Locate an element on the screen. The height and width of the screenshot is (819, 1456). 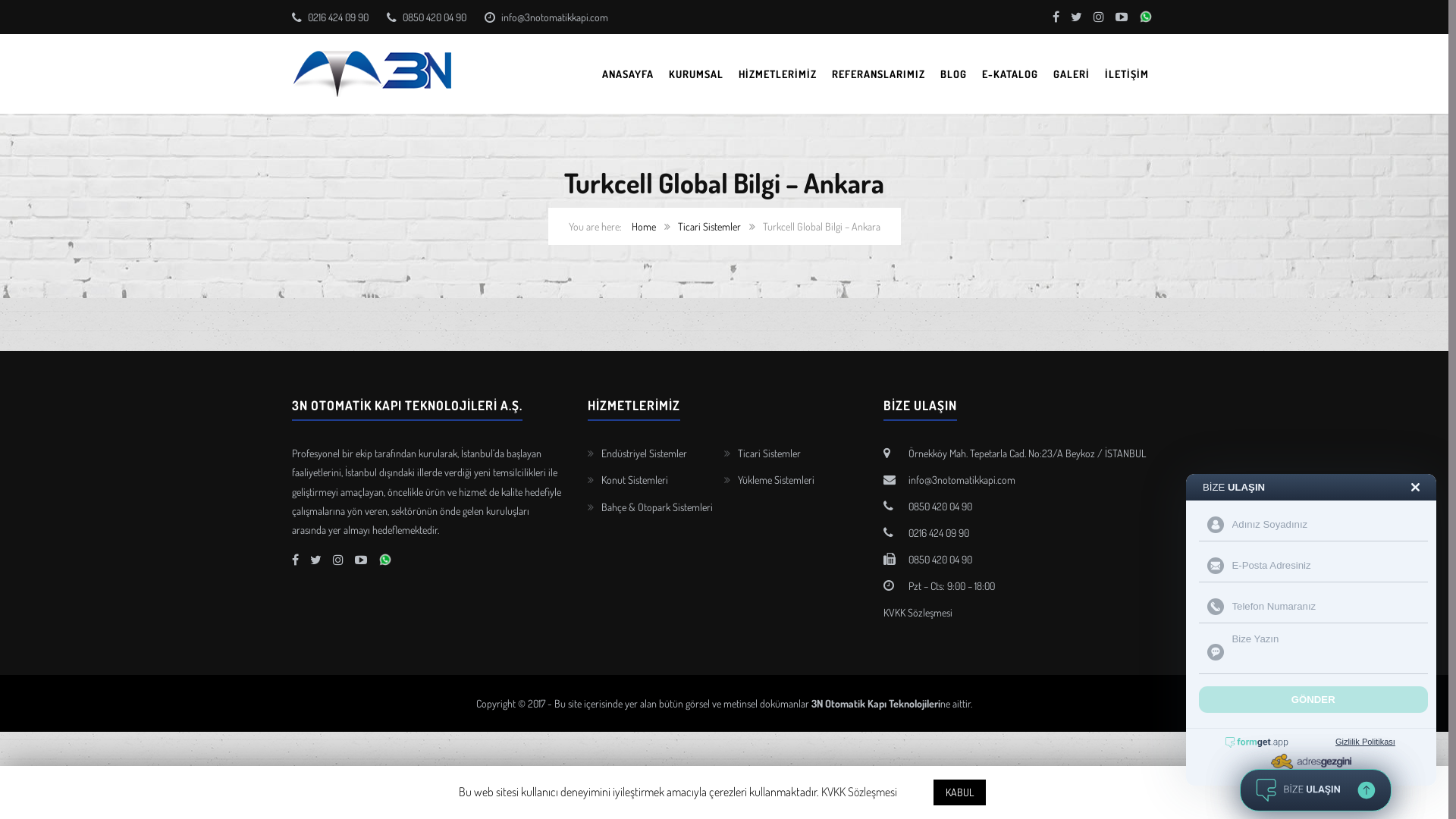
'E-KATALOG' is located at coordinates (1009, 74).